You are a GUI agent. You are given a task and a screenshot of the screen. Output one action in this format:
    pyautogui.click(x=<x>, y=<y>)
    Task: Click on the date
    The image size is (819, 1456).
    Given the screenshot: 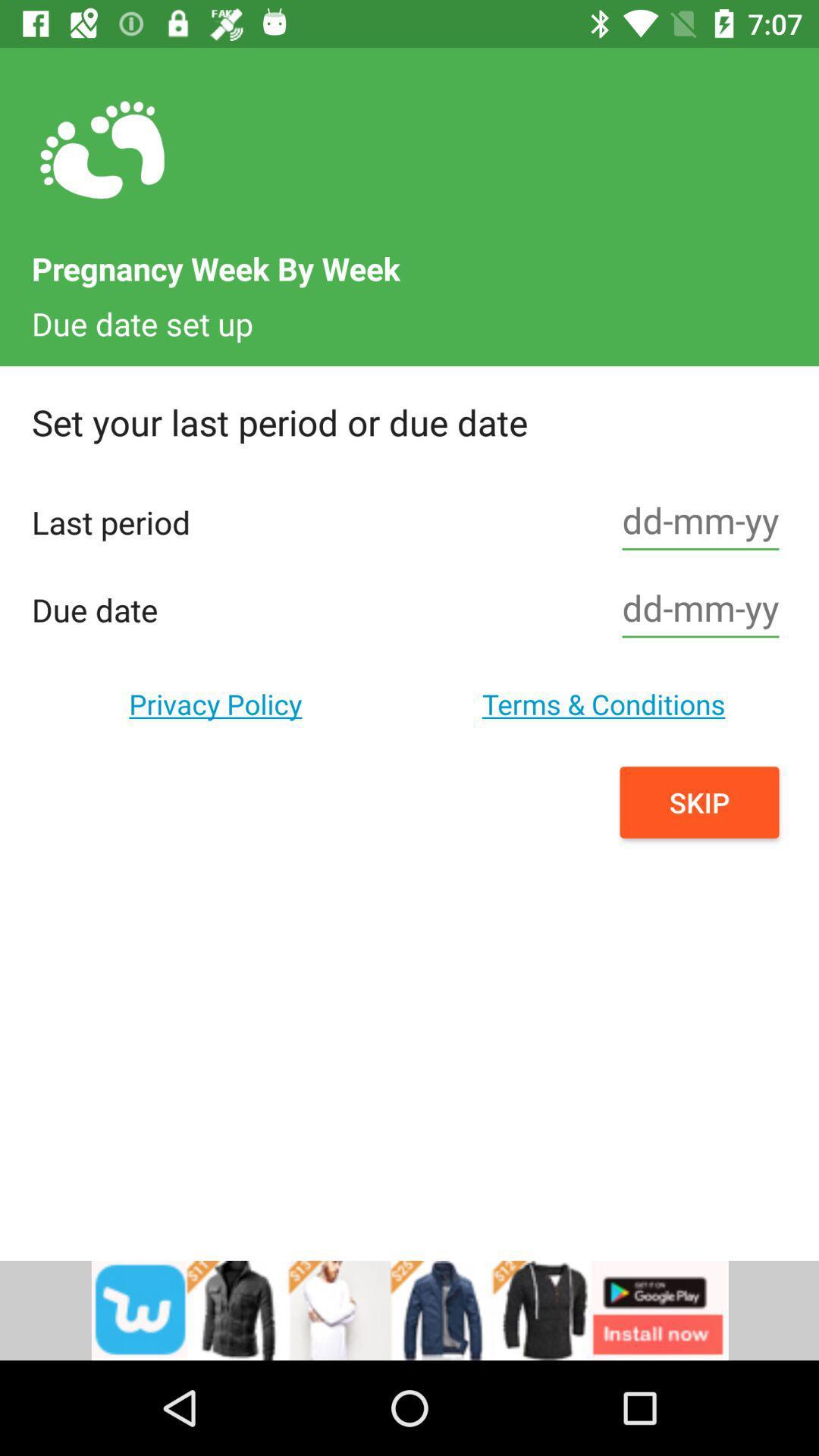 What is the action you would take?
    pyautogui.click(x=701, y=522)
    